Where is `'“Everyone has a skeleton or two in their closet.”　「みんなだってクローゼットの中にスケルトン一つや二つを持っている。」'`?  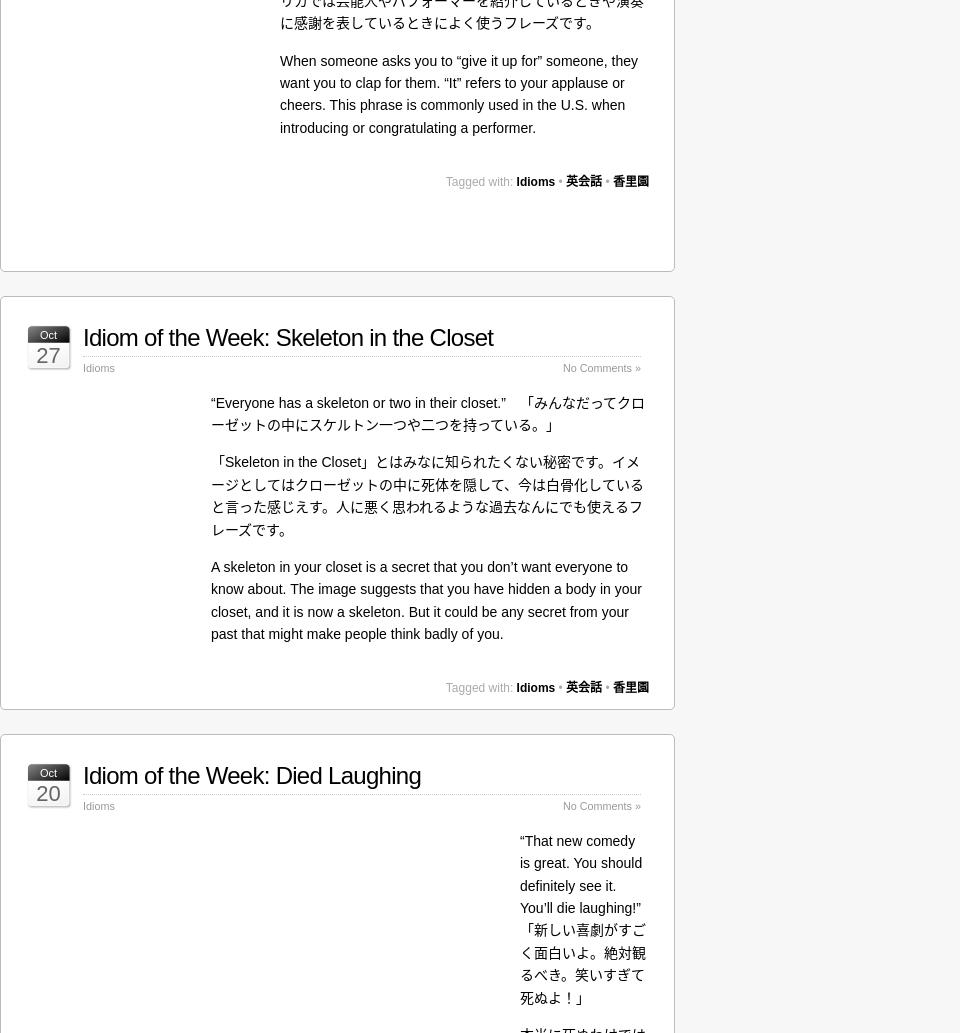 '“Everyone has a skeleton or two in their closet.”　「みんなだってクローゼットの中にスケルトン一つや二つを持っている。」' is located at coordinates (427, 412).